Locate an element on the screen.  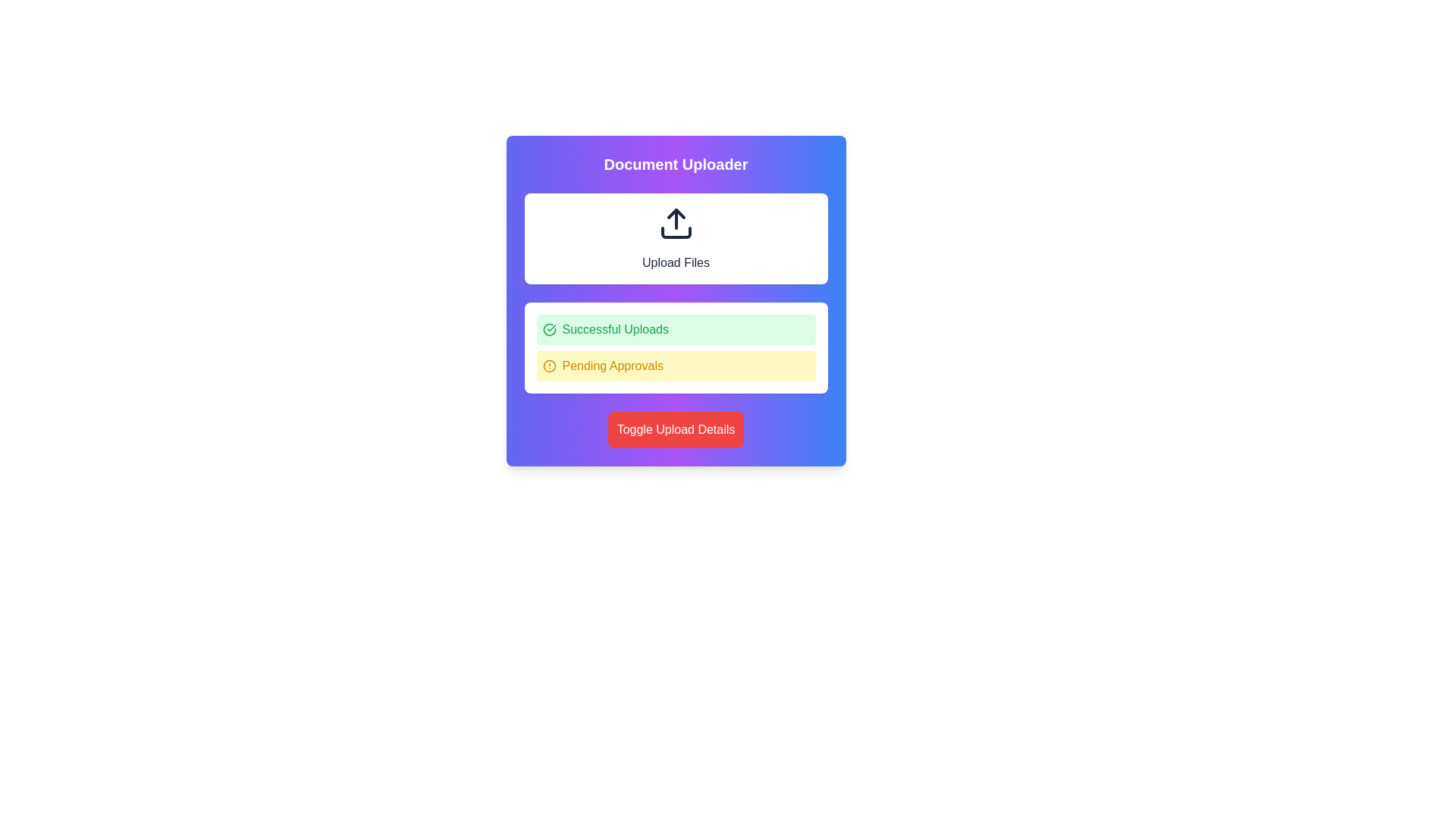
the circular alert icon with a yellow outline, positioned to the left of the 'Pending Approvals' text in the yellow-highlighted section is located at coordinates (548, 366).